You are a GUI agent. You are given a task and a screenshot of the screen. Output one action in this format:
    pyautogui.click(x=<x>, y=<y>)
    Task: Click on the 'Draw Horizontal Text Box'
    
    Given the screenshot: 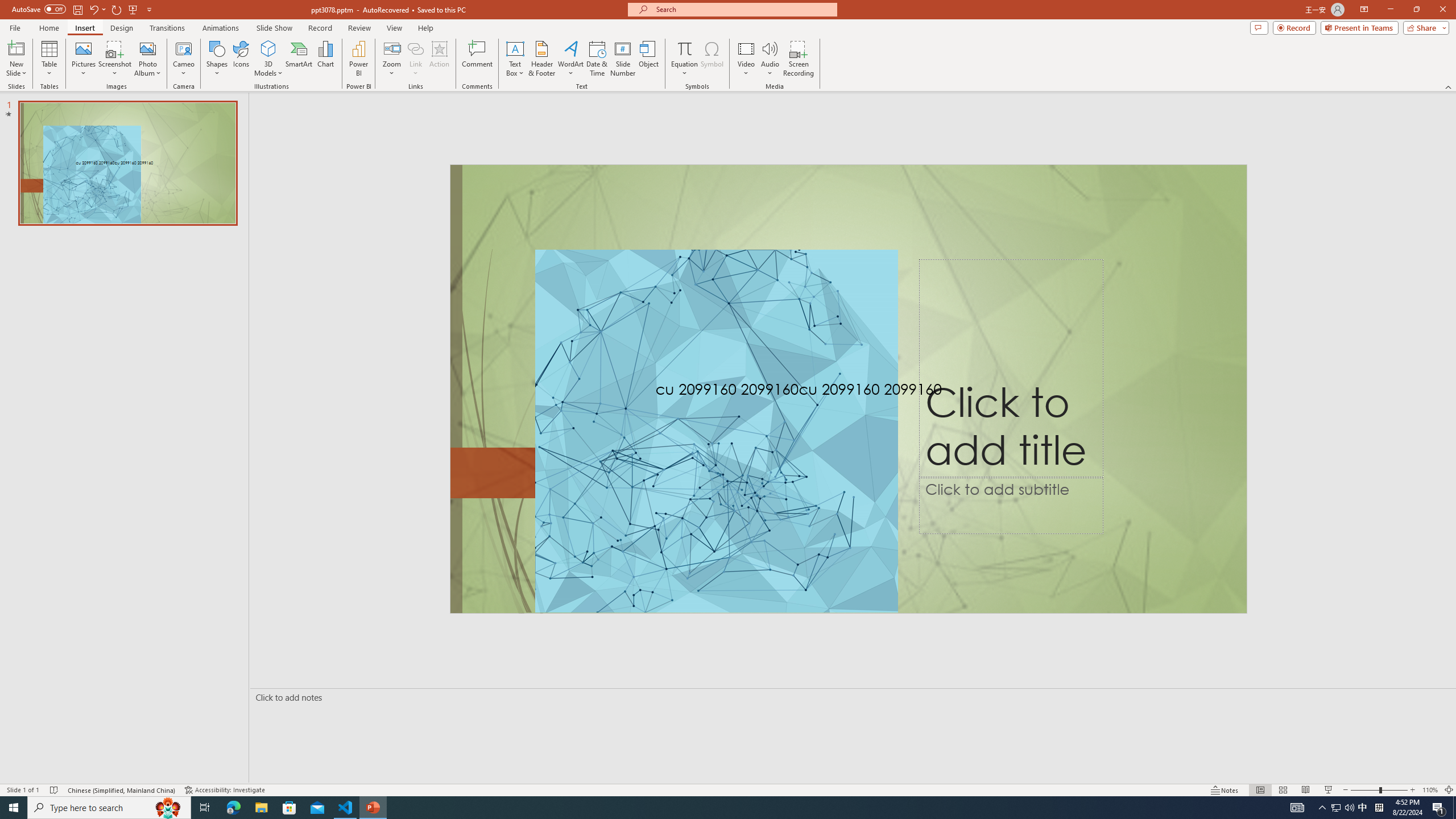 What is the action you would take?
    pyautogui.click(x=515, y=48)
    